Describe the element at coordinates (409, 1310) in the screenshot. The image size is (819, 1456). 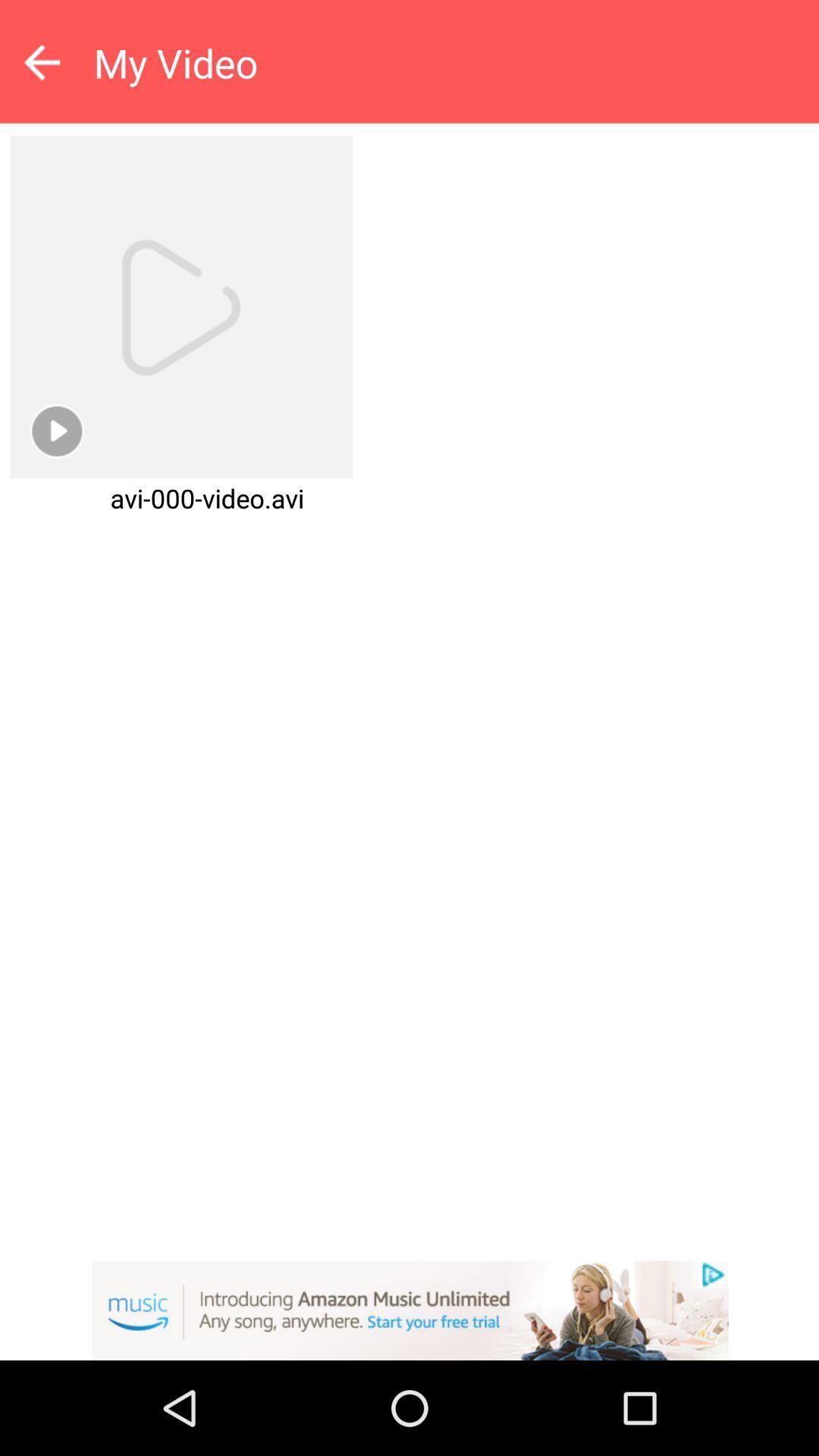
I see `watch advertisement` at that location.